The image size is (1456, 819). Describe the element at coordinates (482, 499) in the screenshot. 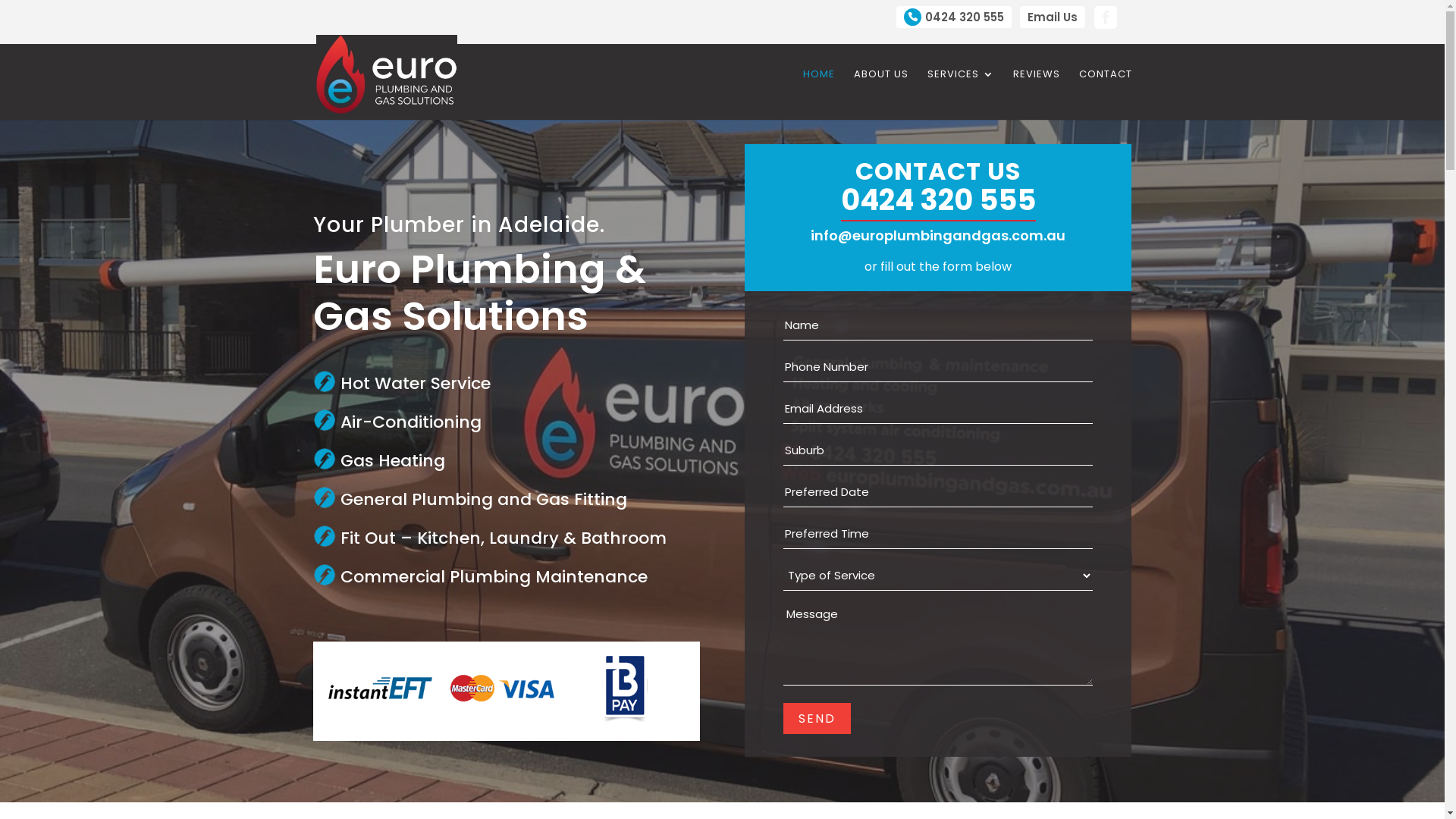

I see `'General Plumbing and Gas Fitting'` at that location.